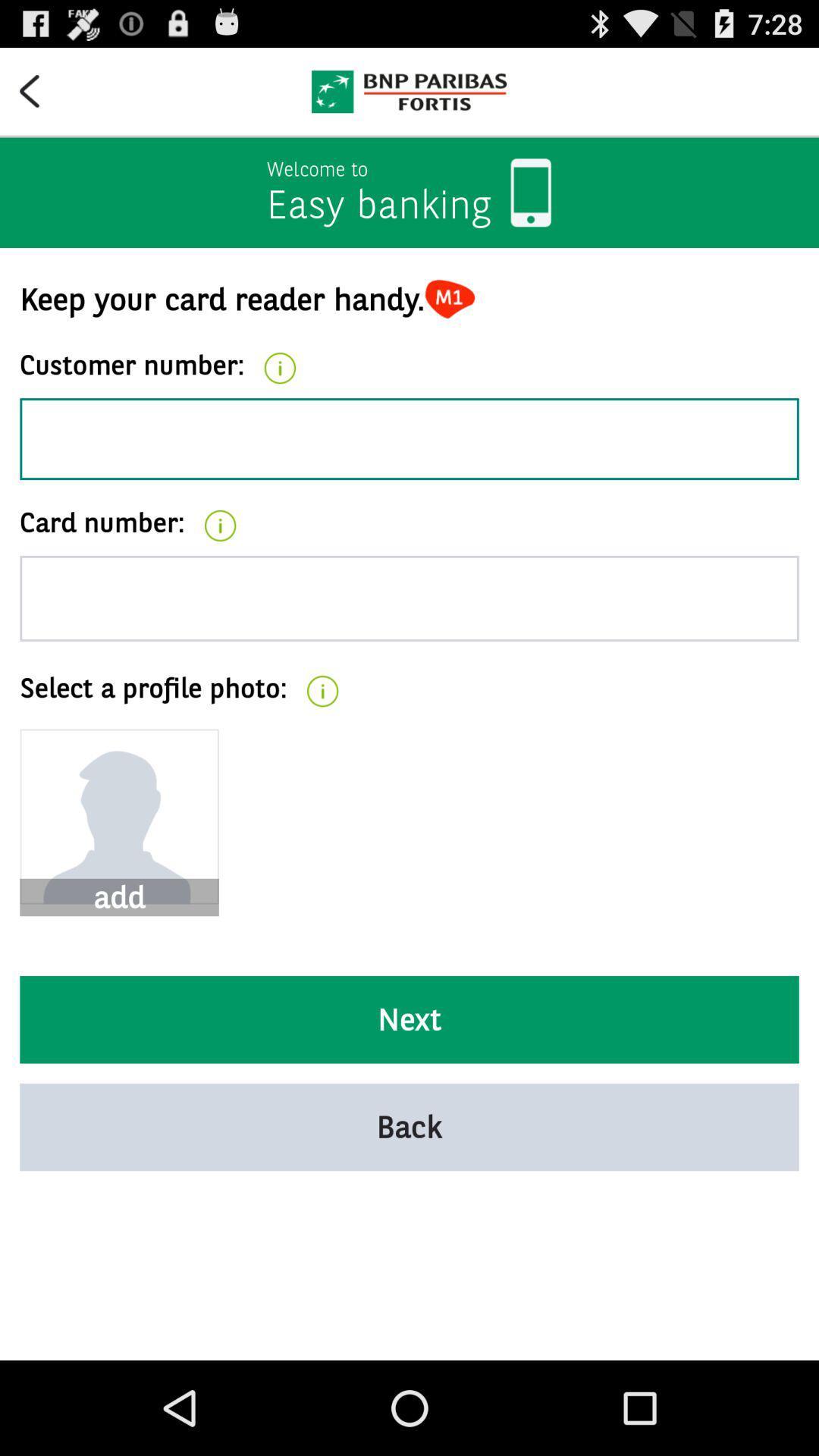 The width and height of the screenshot is (819, 1456). What do you see at coordinates (322, 739) in the screenshot?
I see `the info icon` at bounding box center [322, 739].